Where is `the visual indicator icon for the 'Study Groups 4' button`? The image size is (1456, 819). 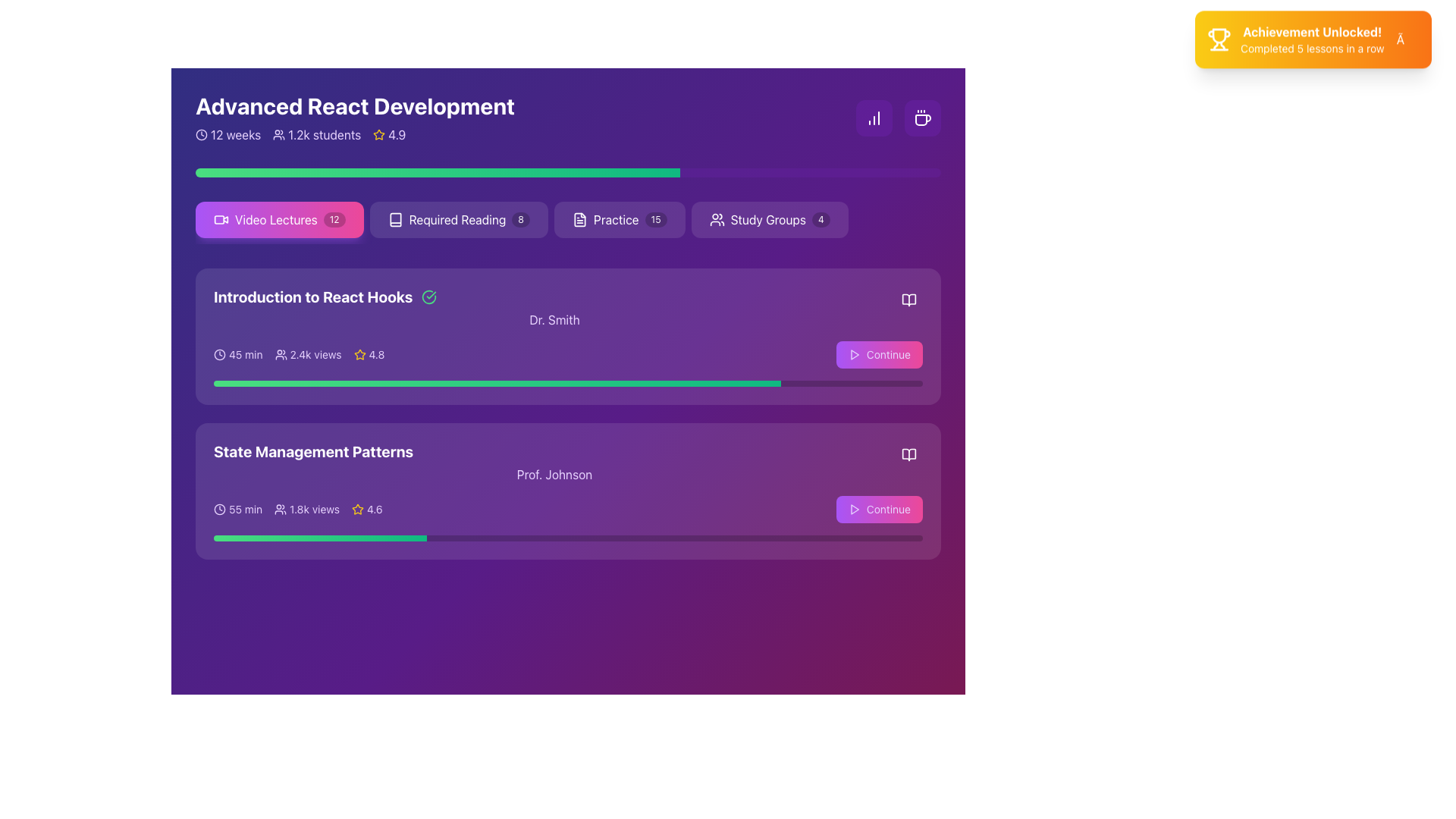
the visual indicator icon for the 'Study Groups 4' button is located at coordinates (716, 219).